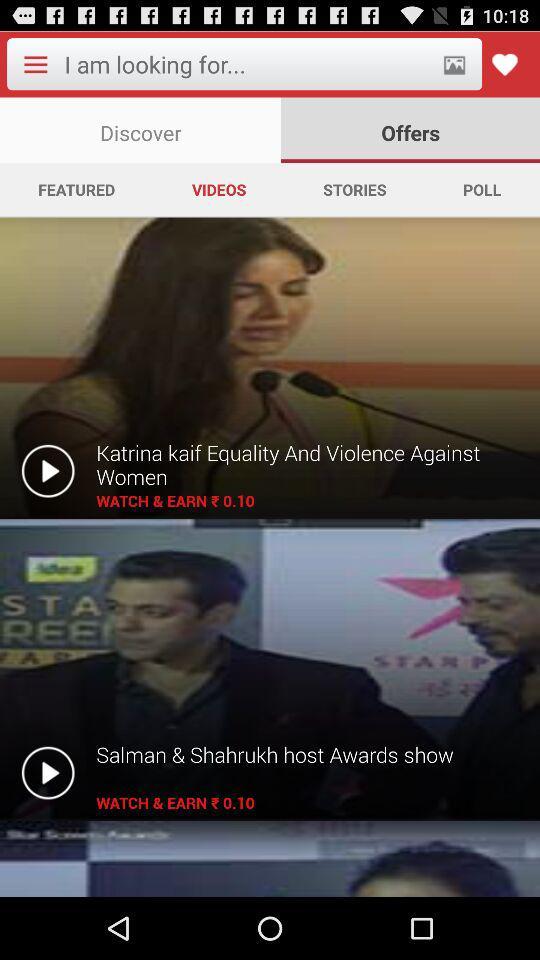  I want to click on the featured app, so click(75, 189).